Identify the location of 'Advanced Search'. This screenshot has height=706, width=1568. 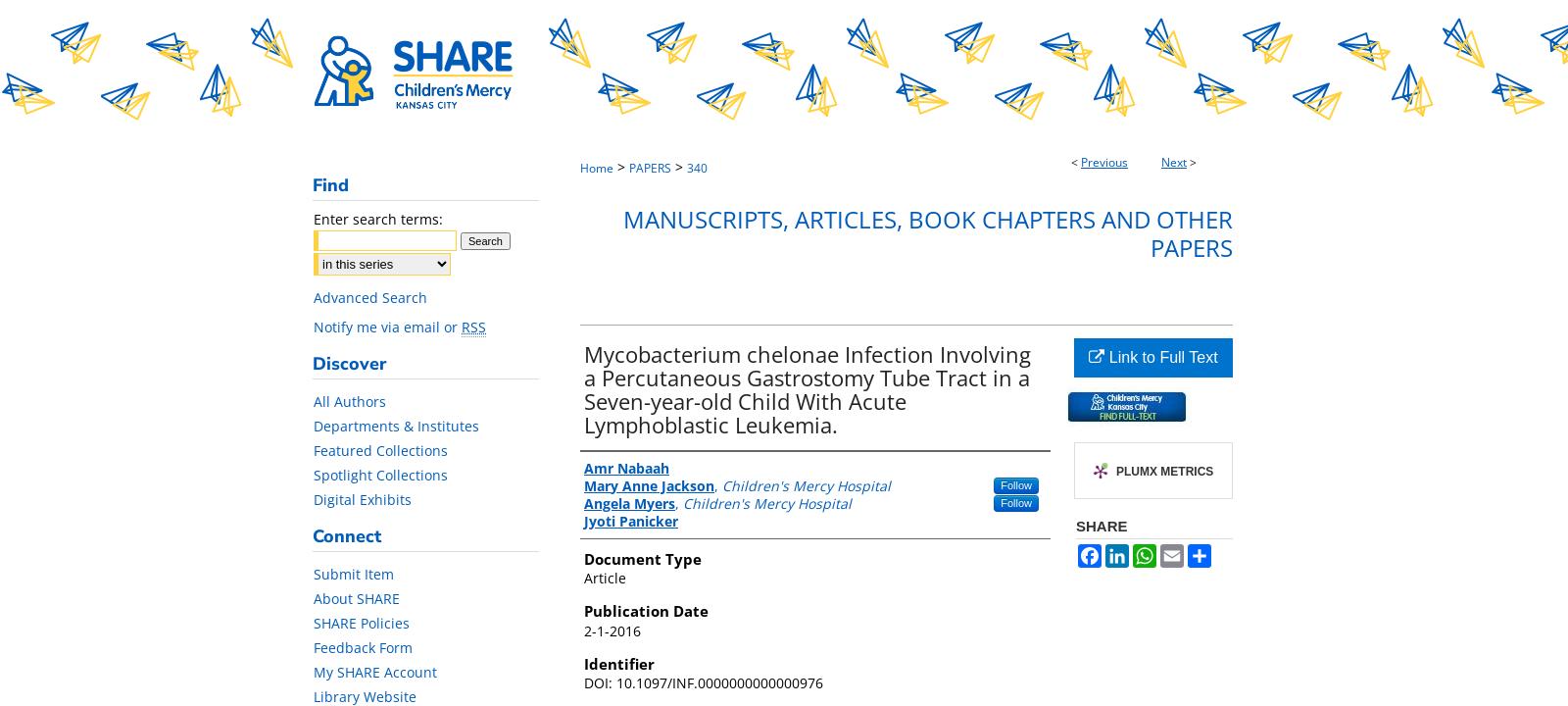
(314, 297).